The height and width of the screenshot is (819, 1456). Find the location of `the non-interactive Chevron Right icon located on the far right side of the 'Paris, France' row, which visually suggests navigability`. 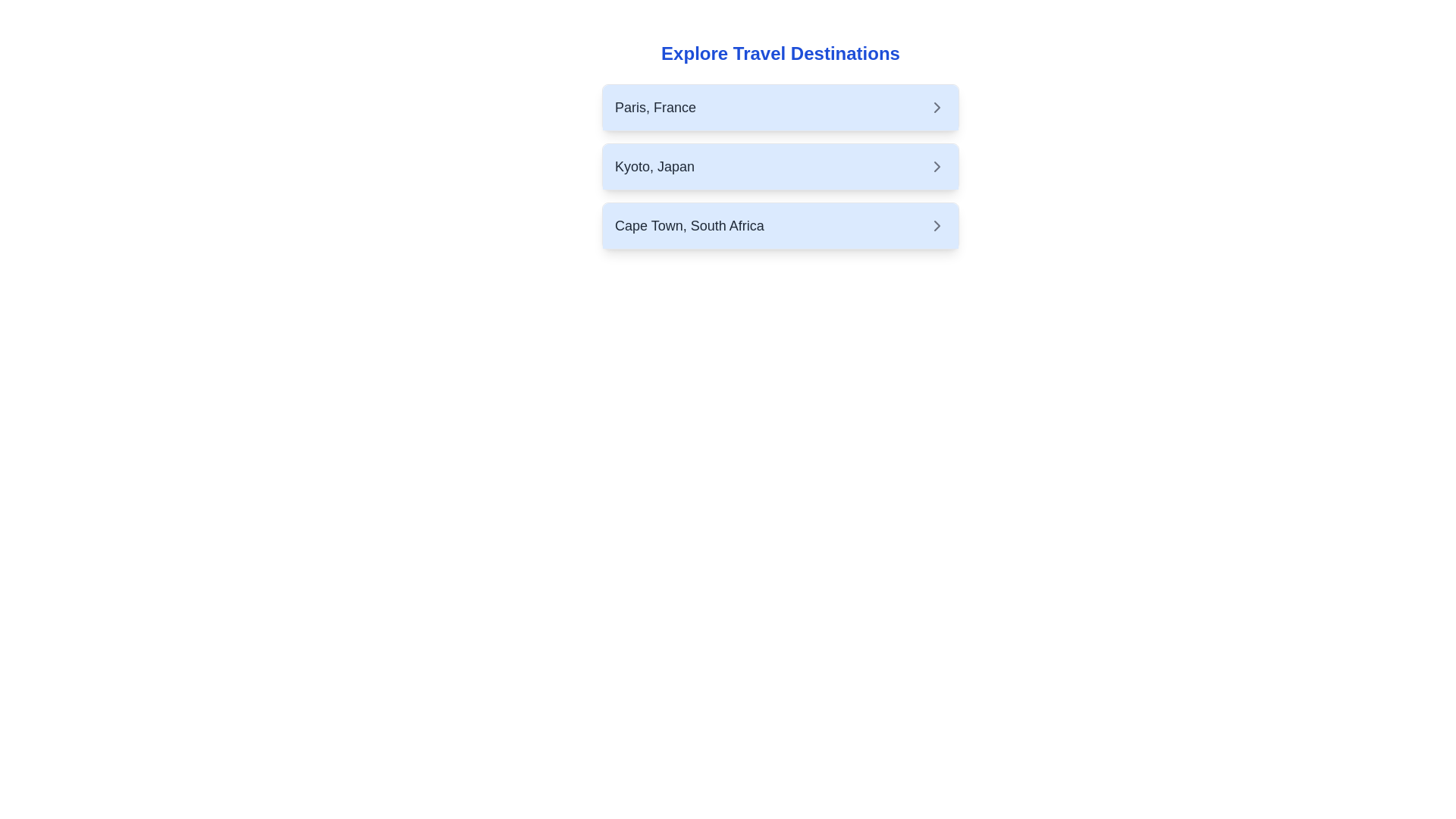

the non-interactive Chevron Right icon located on the far right side of the 'Paris, France' row, which visually suggests navigability is located at coordinates (937, 107).